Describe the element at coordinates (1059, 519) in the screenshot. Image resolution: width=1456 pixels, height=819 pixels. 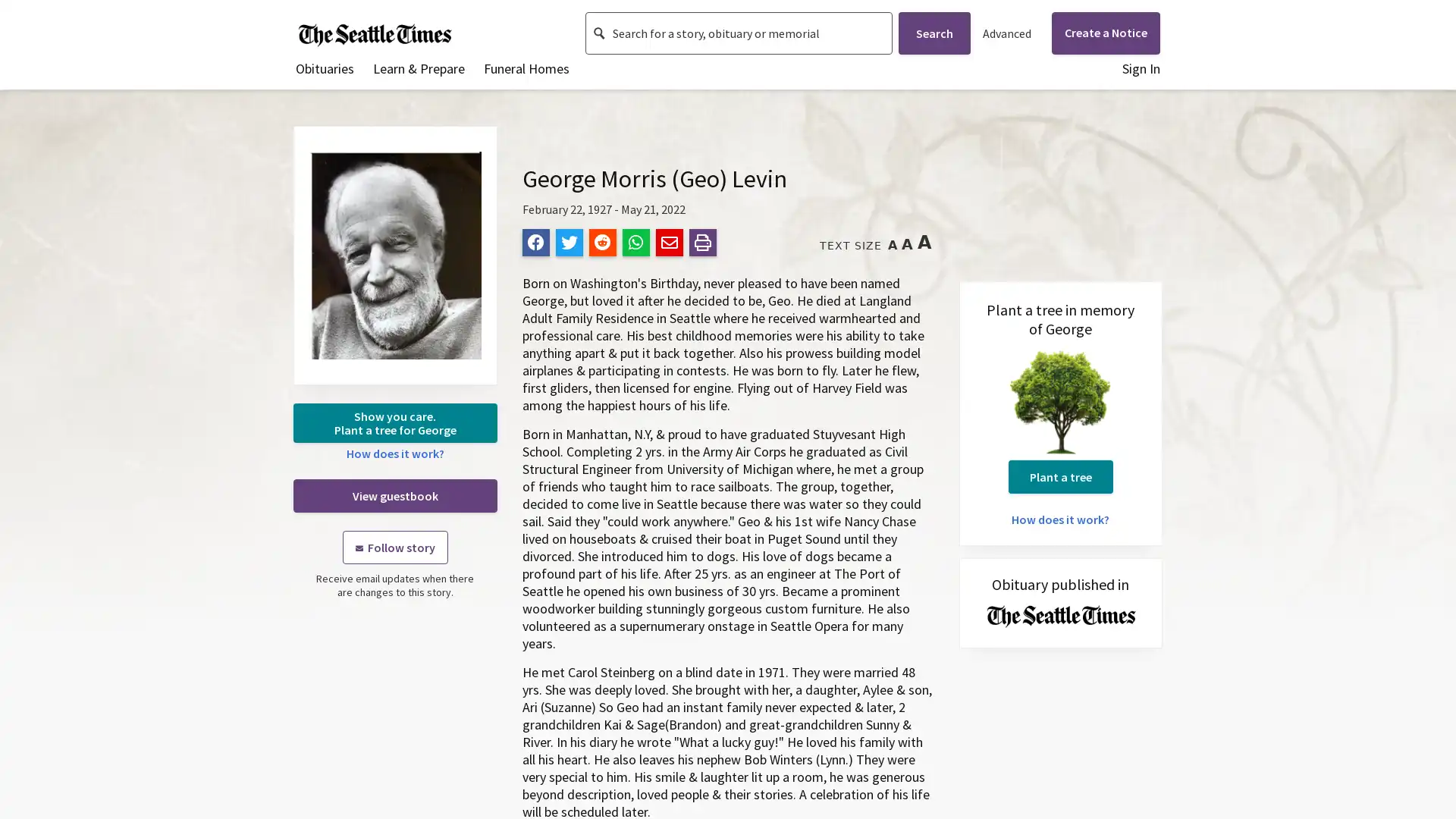
I see `How does it work?` at that location.